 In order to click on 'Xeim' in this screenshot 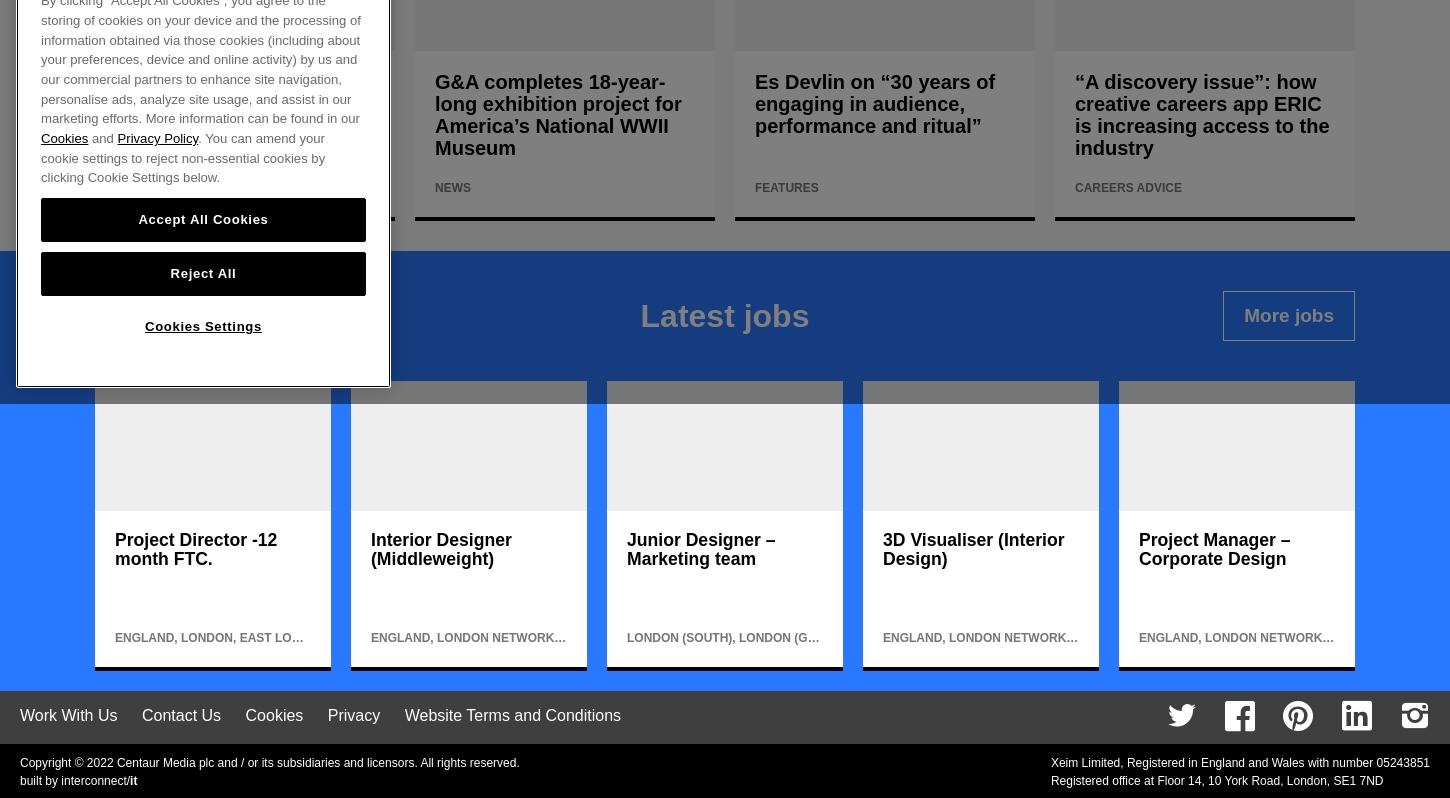, I will do `click(1064, 761)`.